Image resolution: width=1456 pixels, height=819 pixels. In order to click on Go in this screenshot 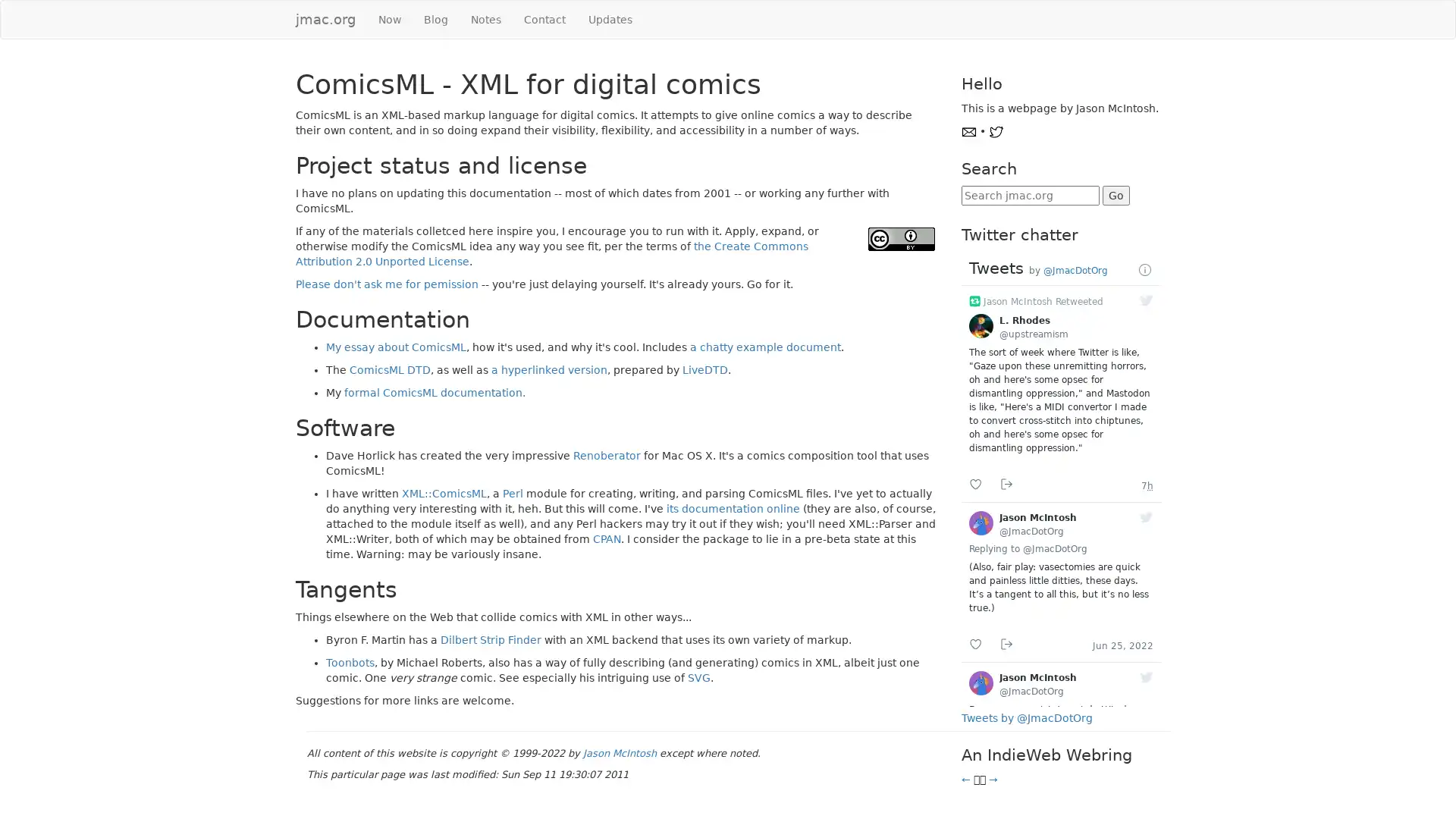, I will do `click(1115, 195)`.